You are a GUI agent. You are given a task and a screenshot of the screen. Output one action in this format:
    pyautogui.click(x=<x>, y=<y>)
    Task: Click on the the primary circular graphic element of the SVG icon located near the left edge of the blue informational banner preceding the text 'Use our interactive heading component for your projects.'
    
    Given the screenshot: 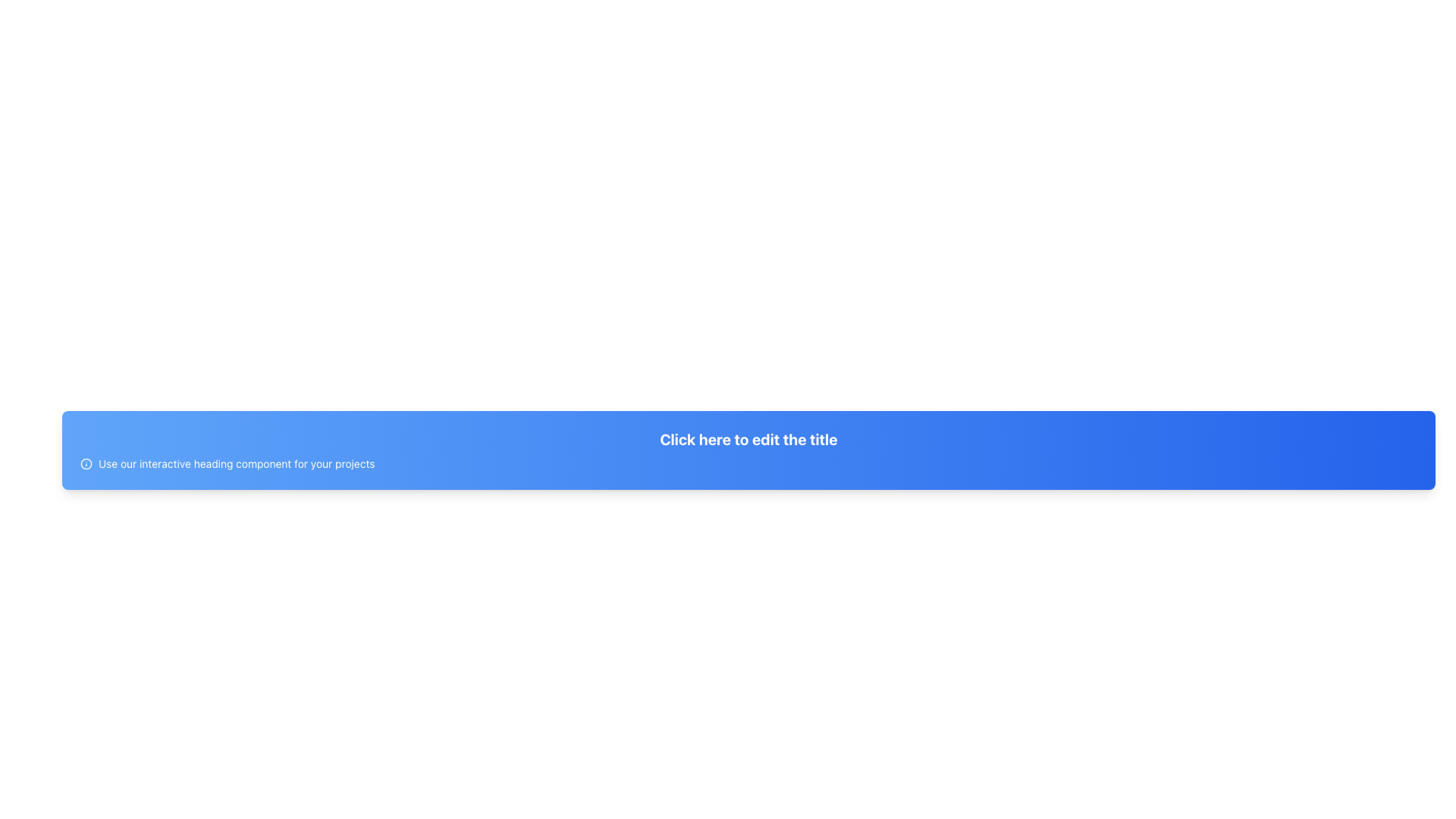 What is the action you would take?
    pyautogui.click(x=86, y=463)
    